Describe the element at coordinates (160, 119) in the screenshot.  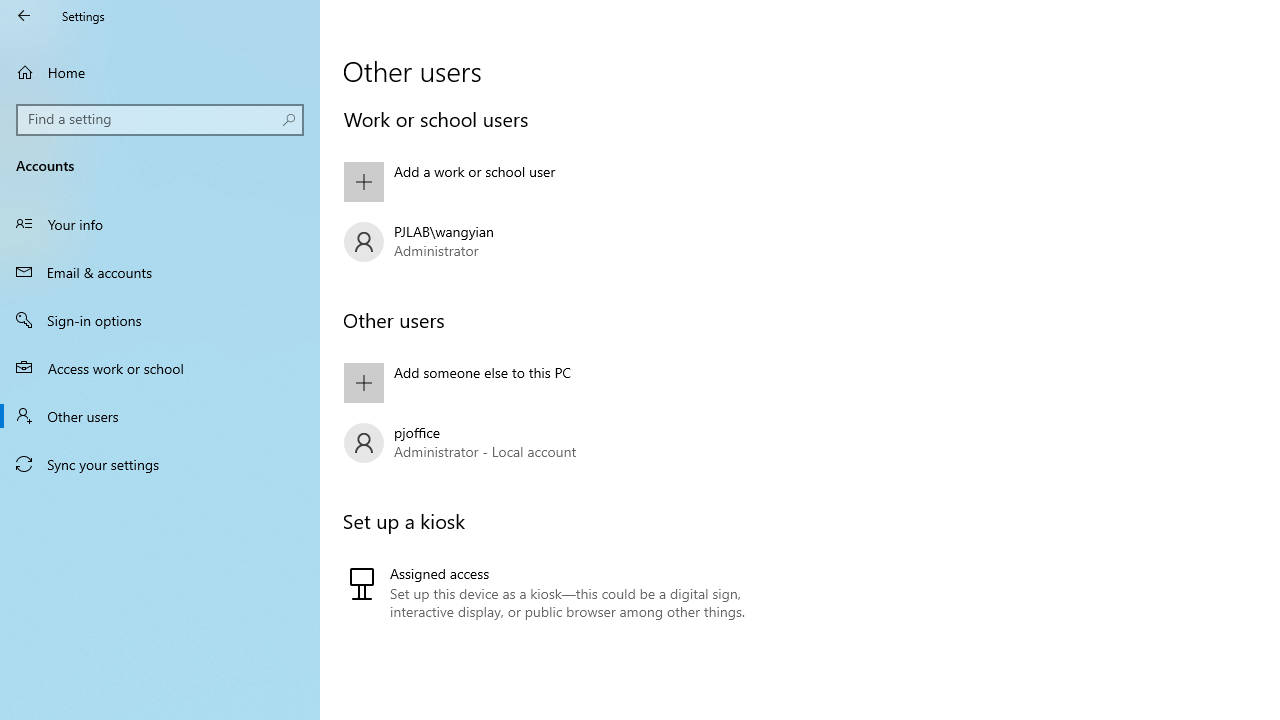
I see `'Search box, Find a setting'` at that location.